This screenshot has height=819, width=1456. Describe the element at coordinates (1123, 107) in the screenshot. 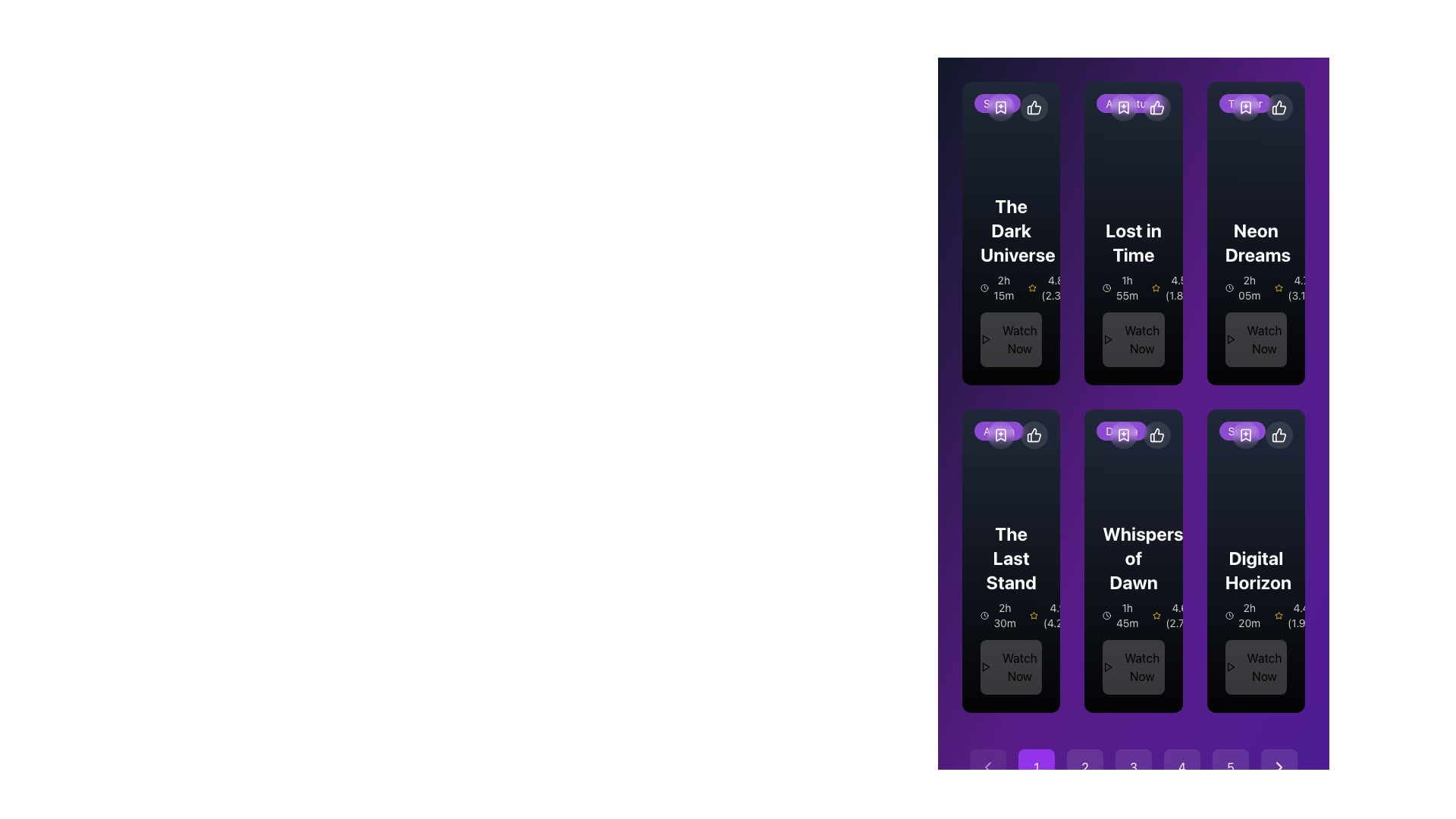

I see `the bookmark button located at the top-right corner of the card titled 'Lost in Time'` at that location.